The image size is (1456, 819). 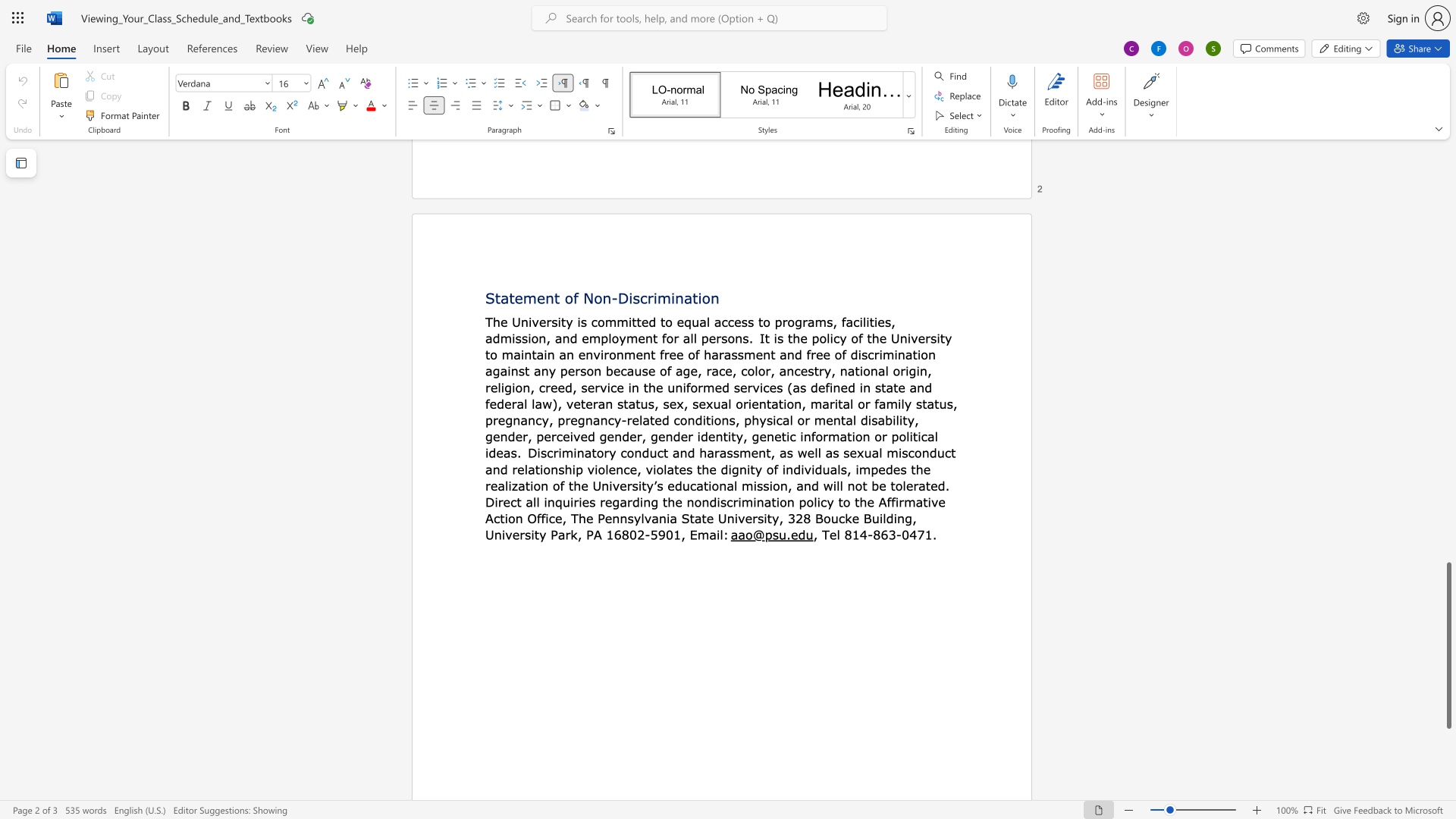 I want to click on the side scrollbar to bring the page up, so click(x=1448, y=341).